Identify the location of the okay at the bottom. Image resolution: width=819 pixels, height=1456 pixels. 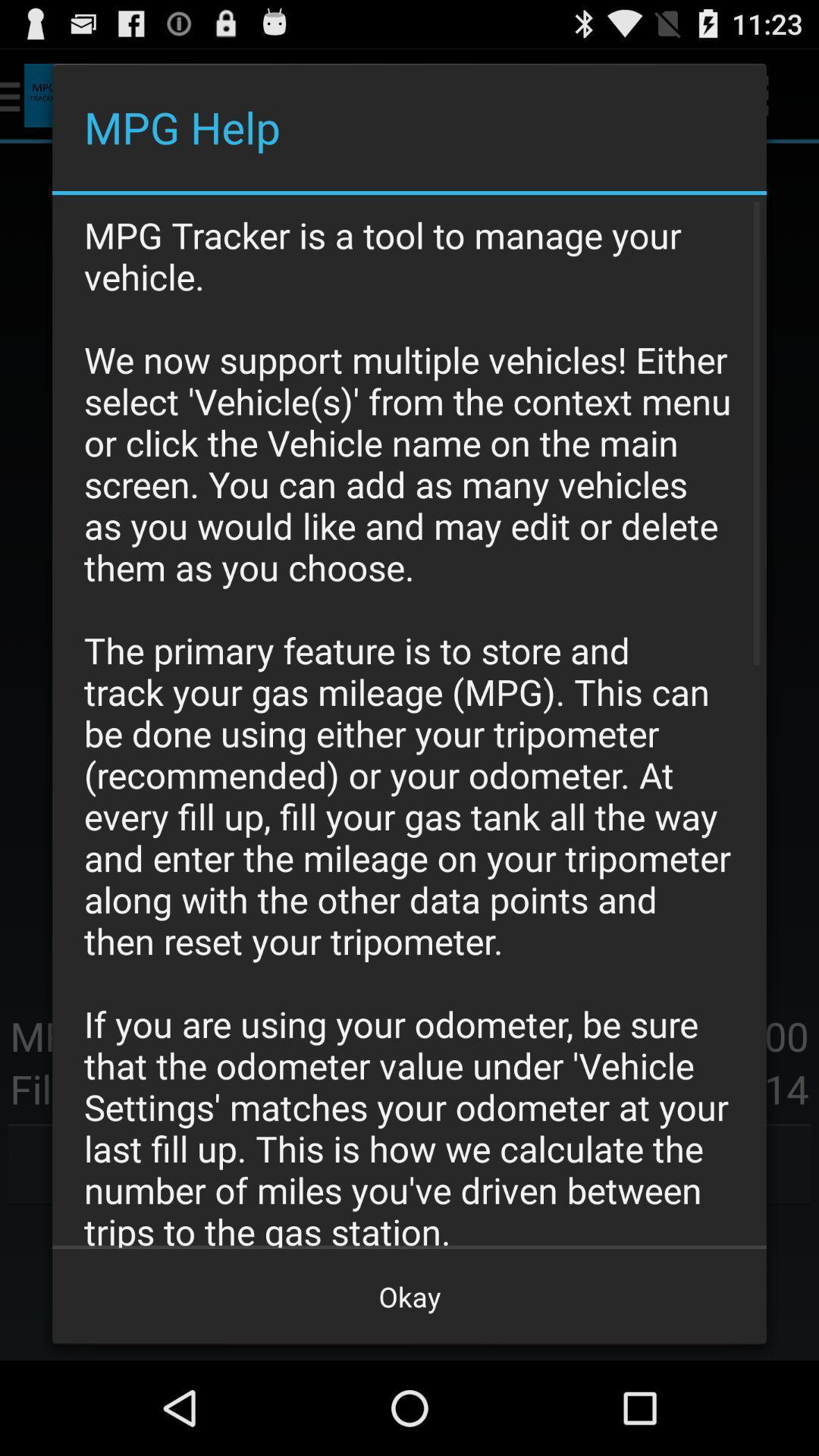
(409, 1295).